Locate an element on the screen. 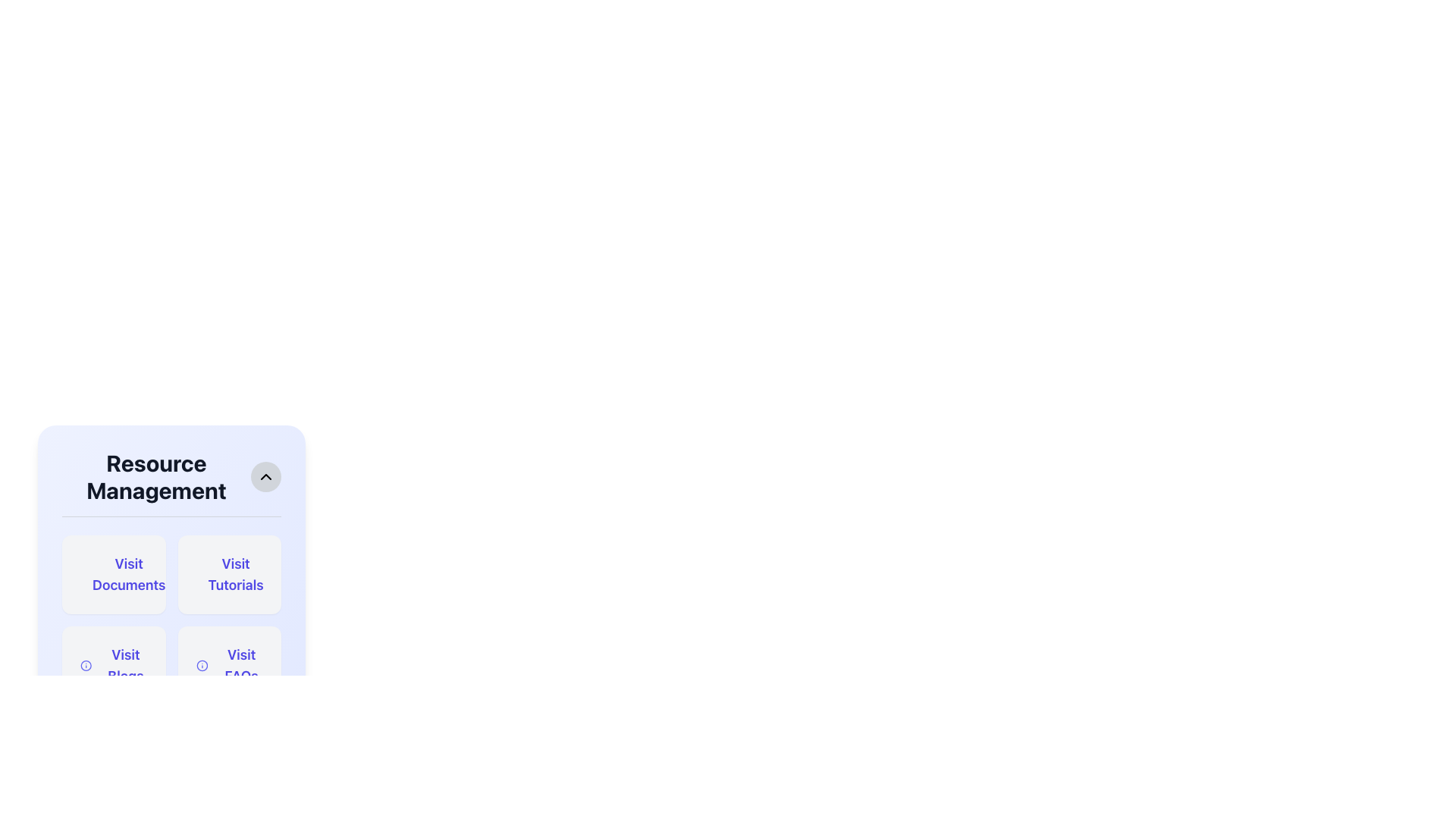  the prominently styled hyperlink labeled 'Visit Documents' located in the top-left corner of the interface under the 'Resource Management' heading is located at coordinates (129, 575).